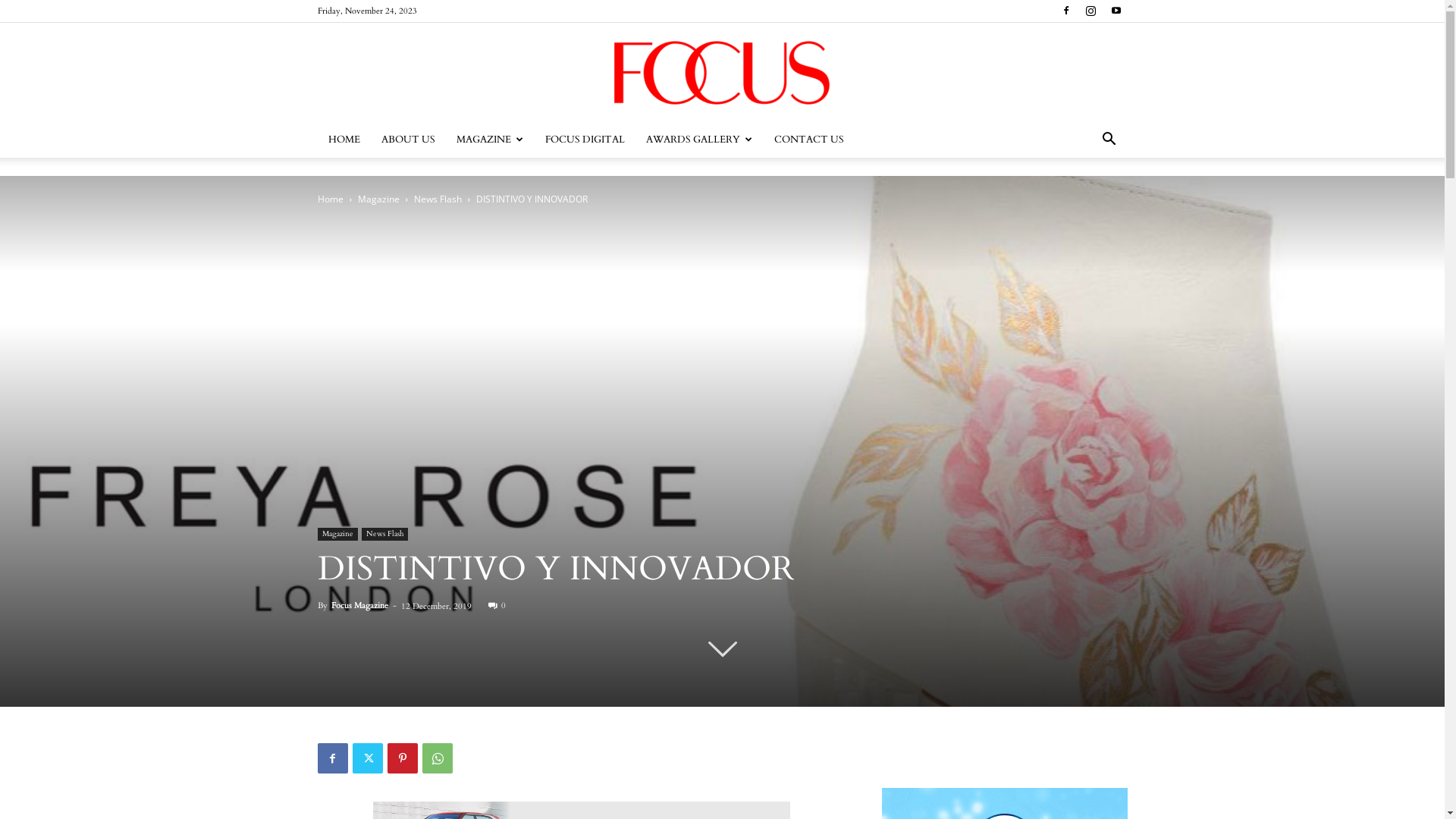 The image size is (1456, 819). I want to click on 'Twitter', so click(351, 758).